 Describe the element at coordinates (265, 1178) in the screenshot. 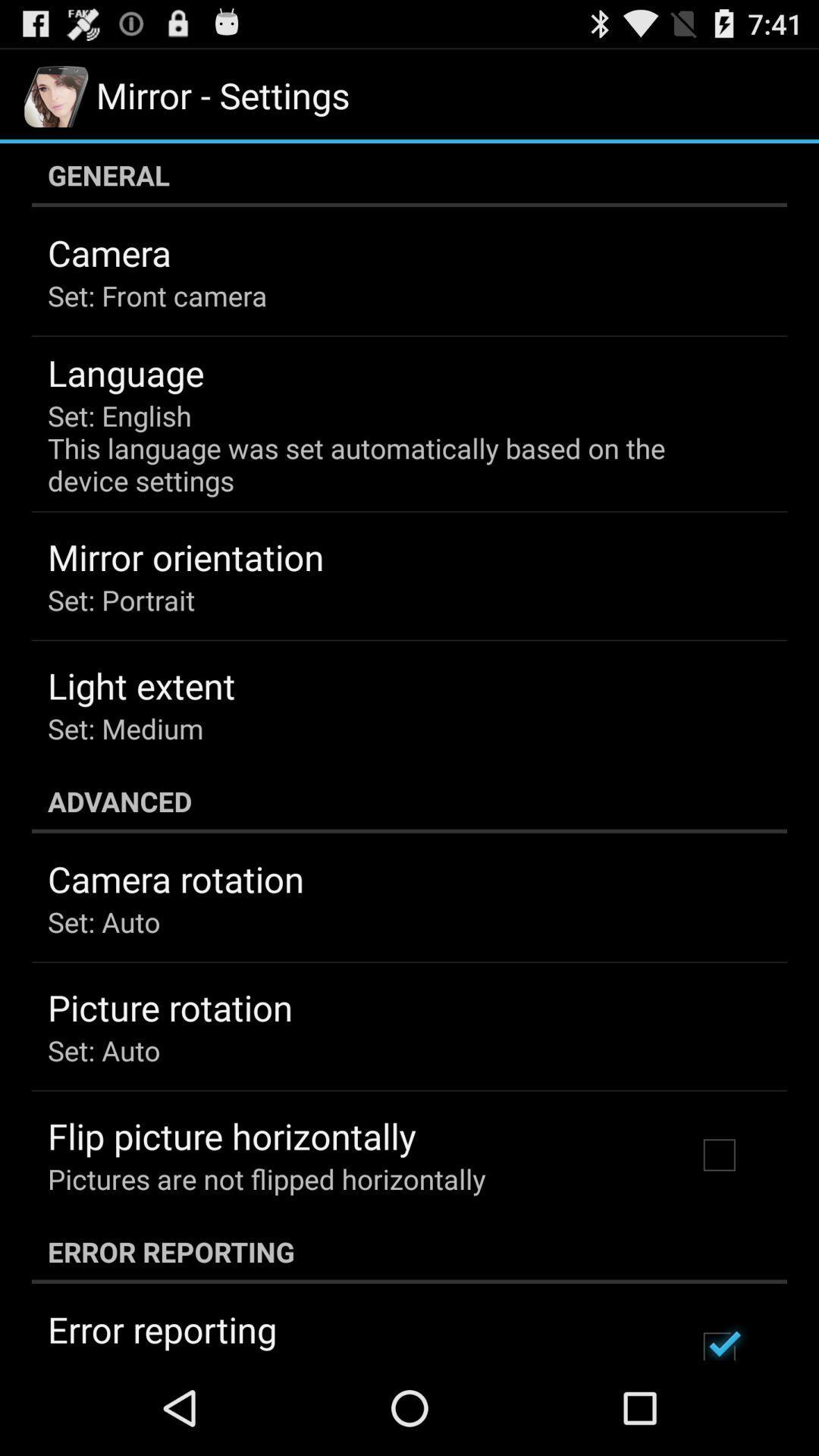

I see `item below the flip picture horizontally item` at that location.